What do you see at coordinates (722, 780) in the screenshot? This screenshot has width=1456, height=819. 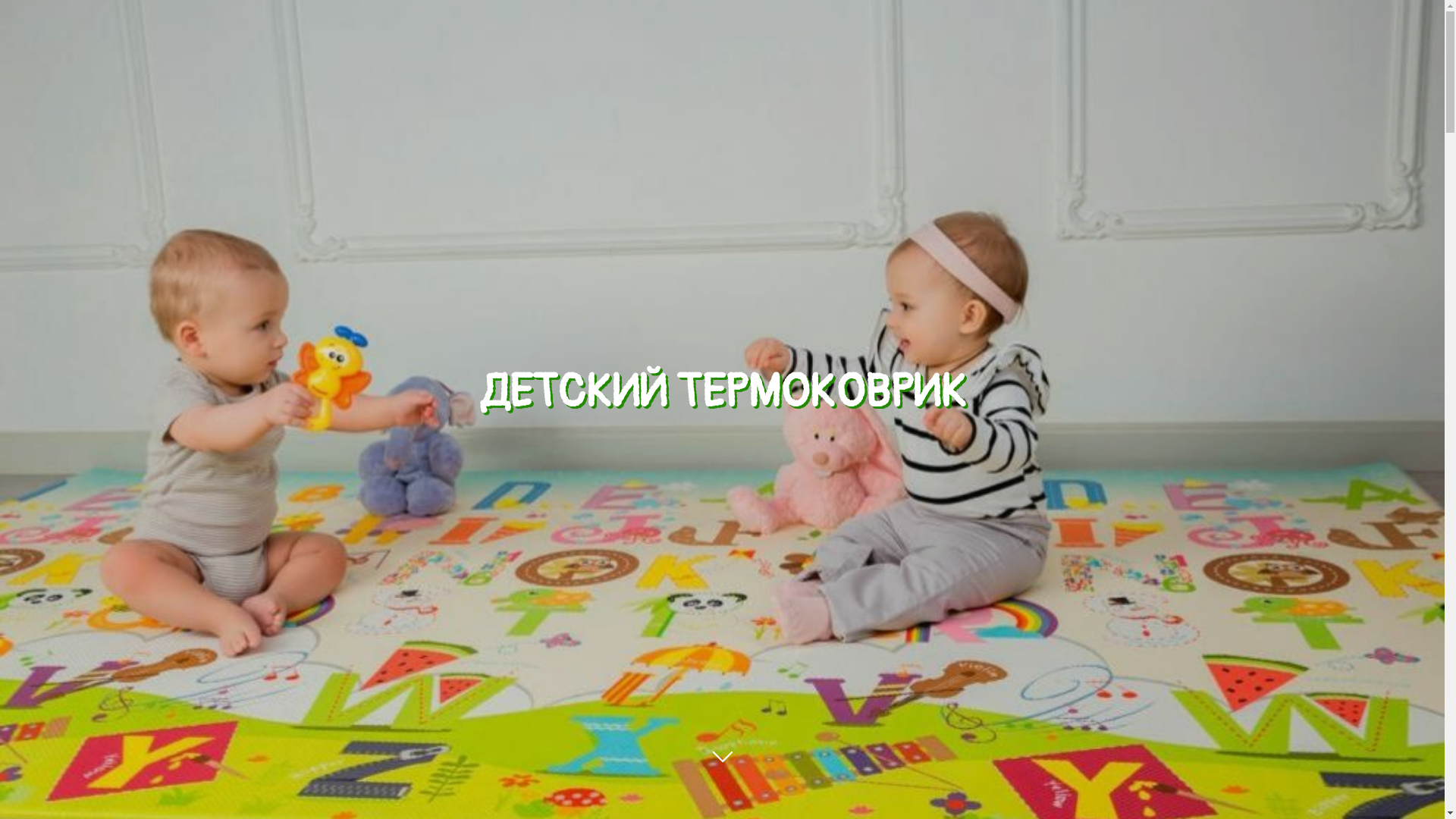 I see `'Get started'` at bounding box center [722, 780].